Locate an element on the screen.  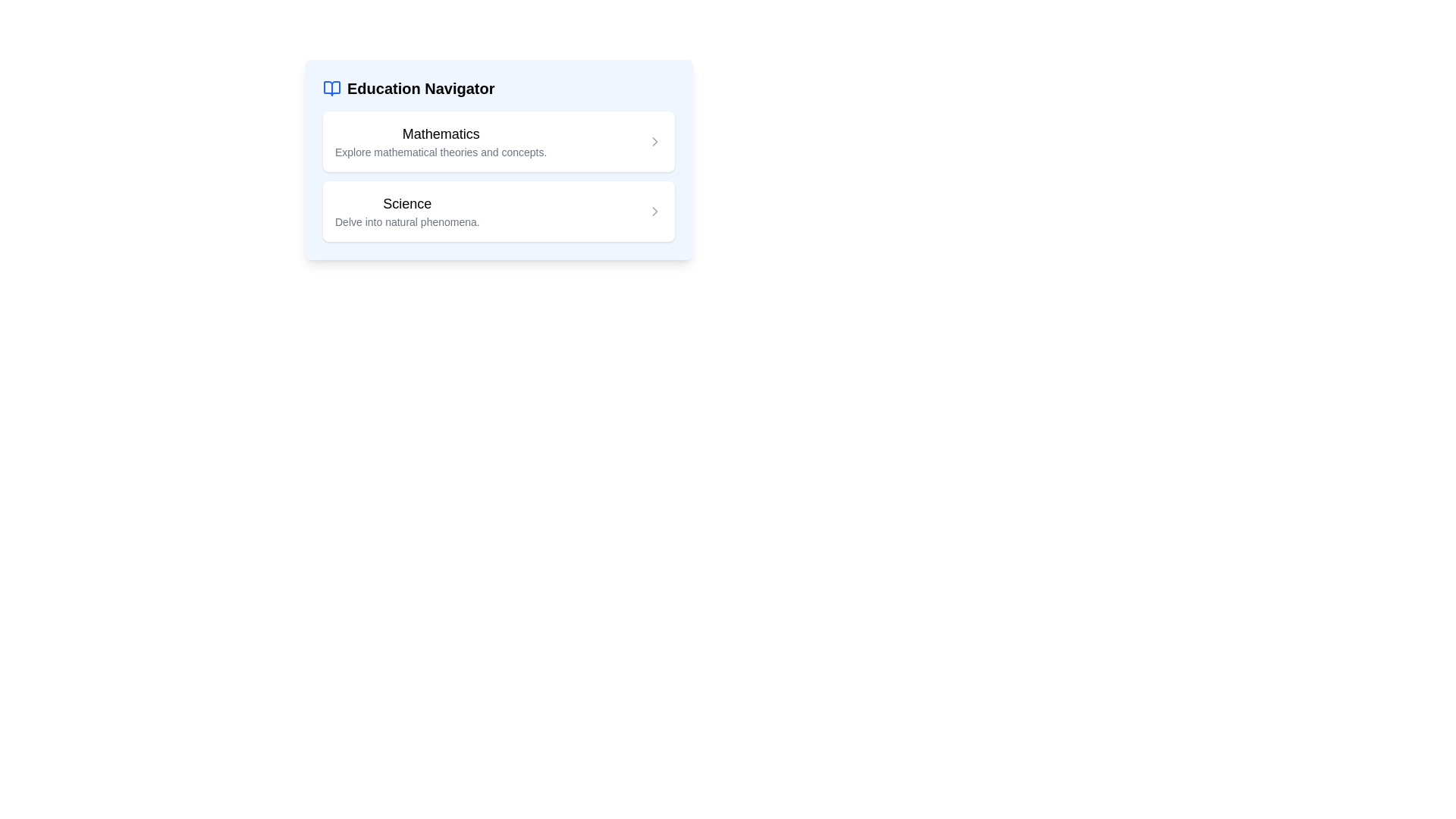
the Chevron icon located in the bottom right area of the 'Science' card, which indicates a navigational action is located at coordinates (655, 211).